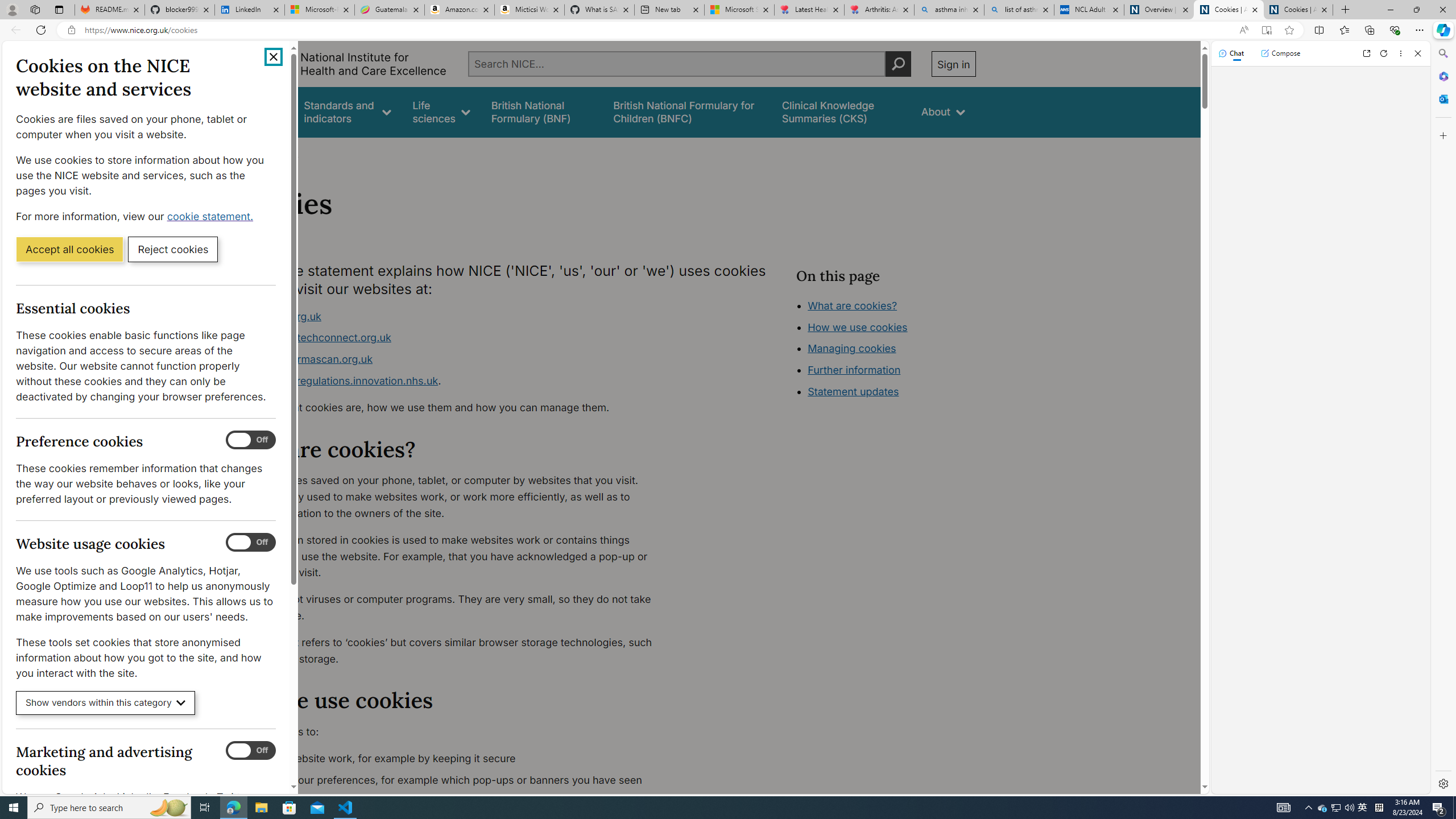  I want to click on 'Close cookie banner', so click(274, 56).